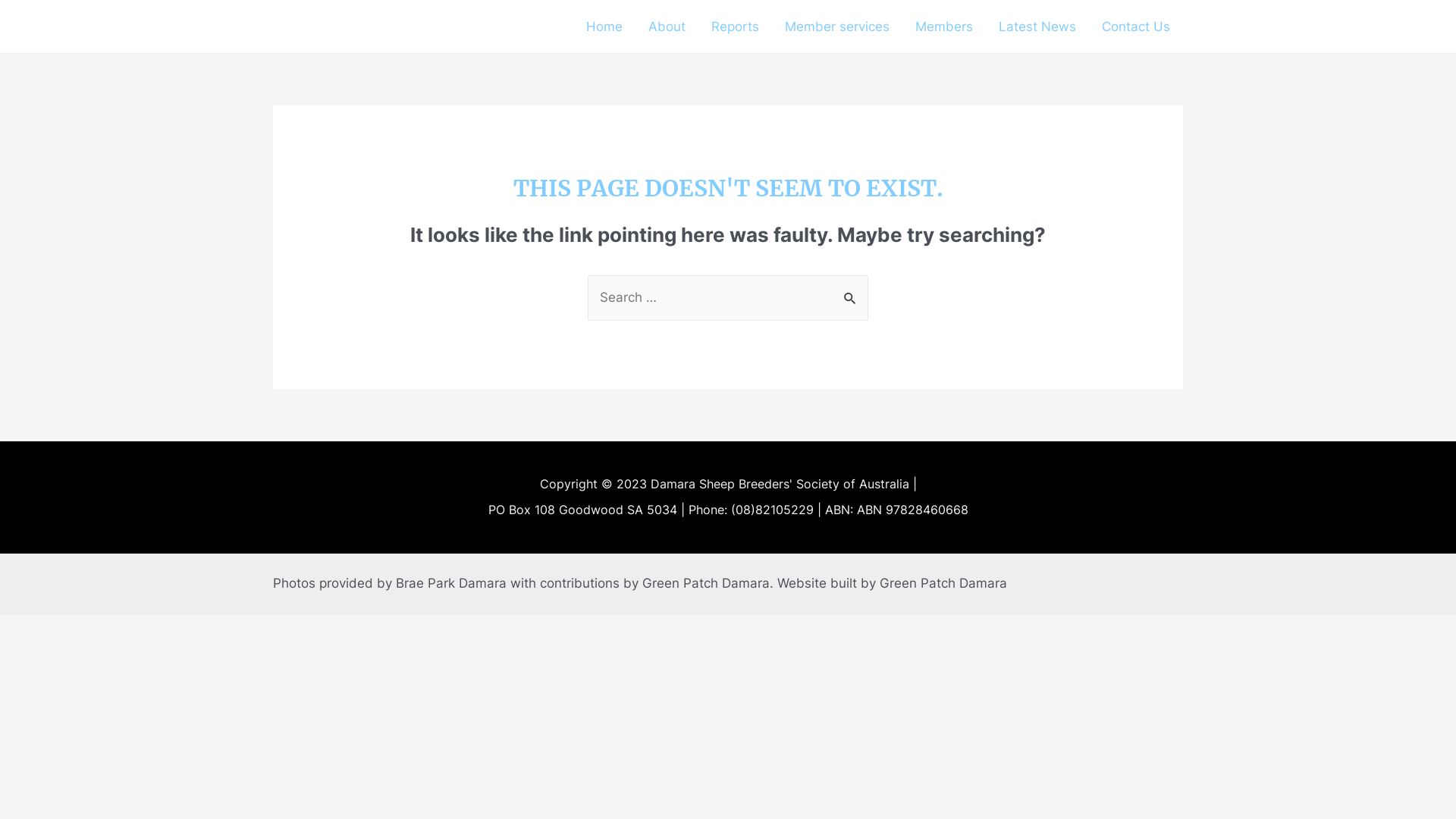 This screenshot has width=1456, height=819. What do you see at coordinates (836, 26) in the screenshot?
I see `'Member services'` at bounding box center [836, 26].